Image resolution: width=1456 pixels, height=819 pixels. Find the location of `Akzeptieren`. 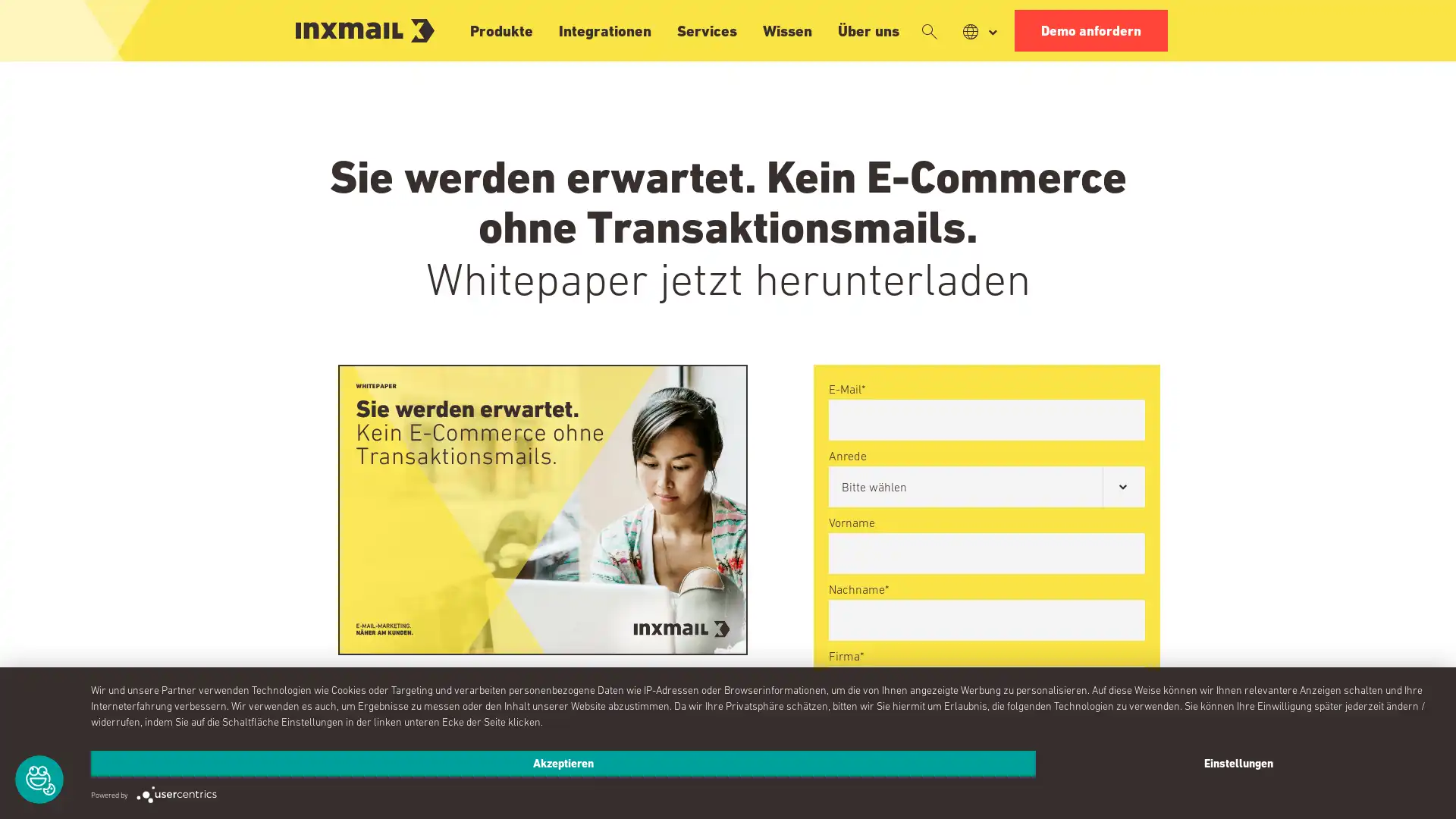

Akzeptieren is located at coordinates (563, 763).